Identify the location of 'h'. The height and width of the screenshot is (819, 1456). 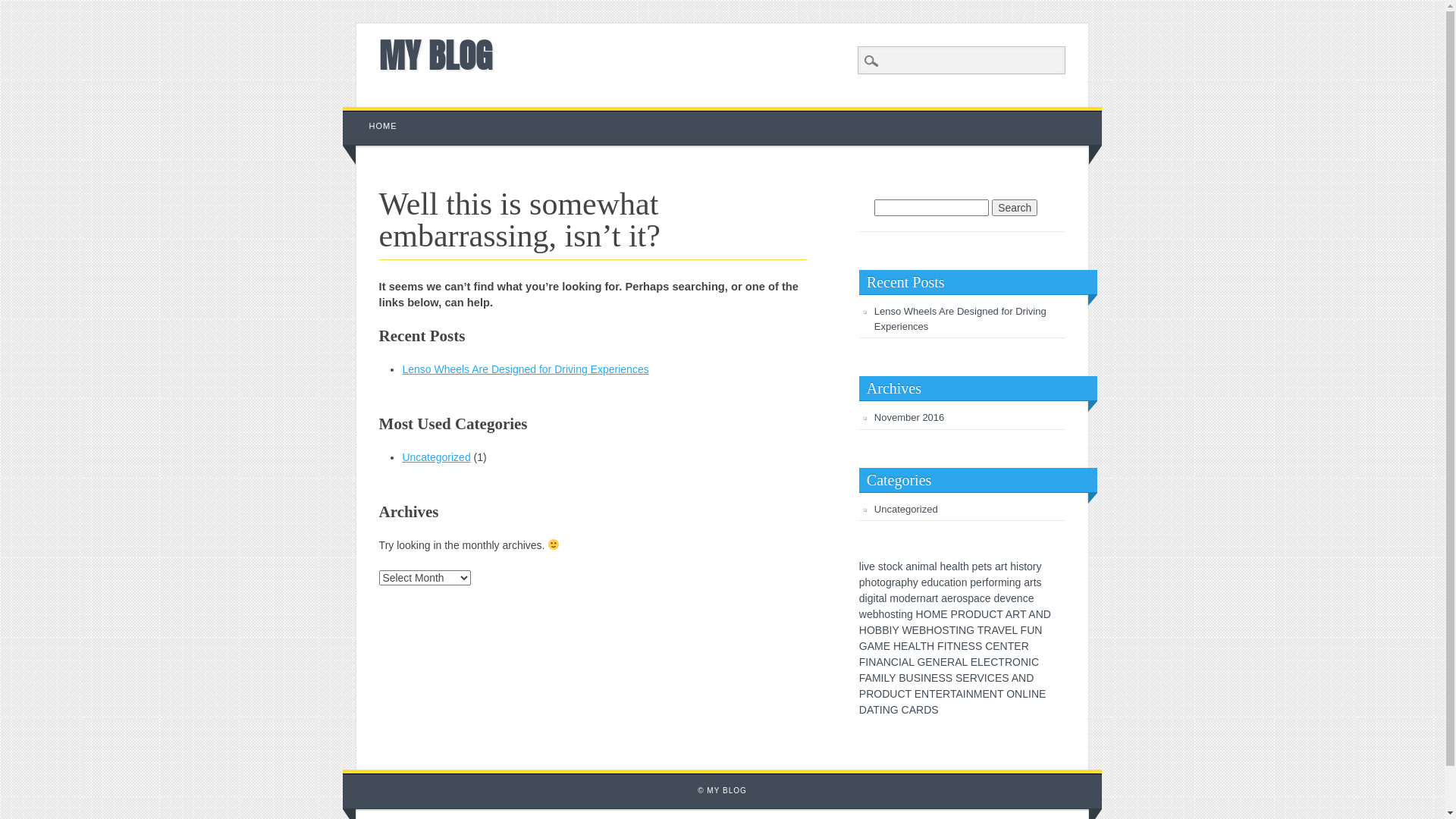
(910, 581).